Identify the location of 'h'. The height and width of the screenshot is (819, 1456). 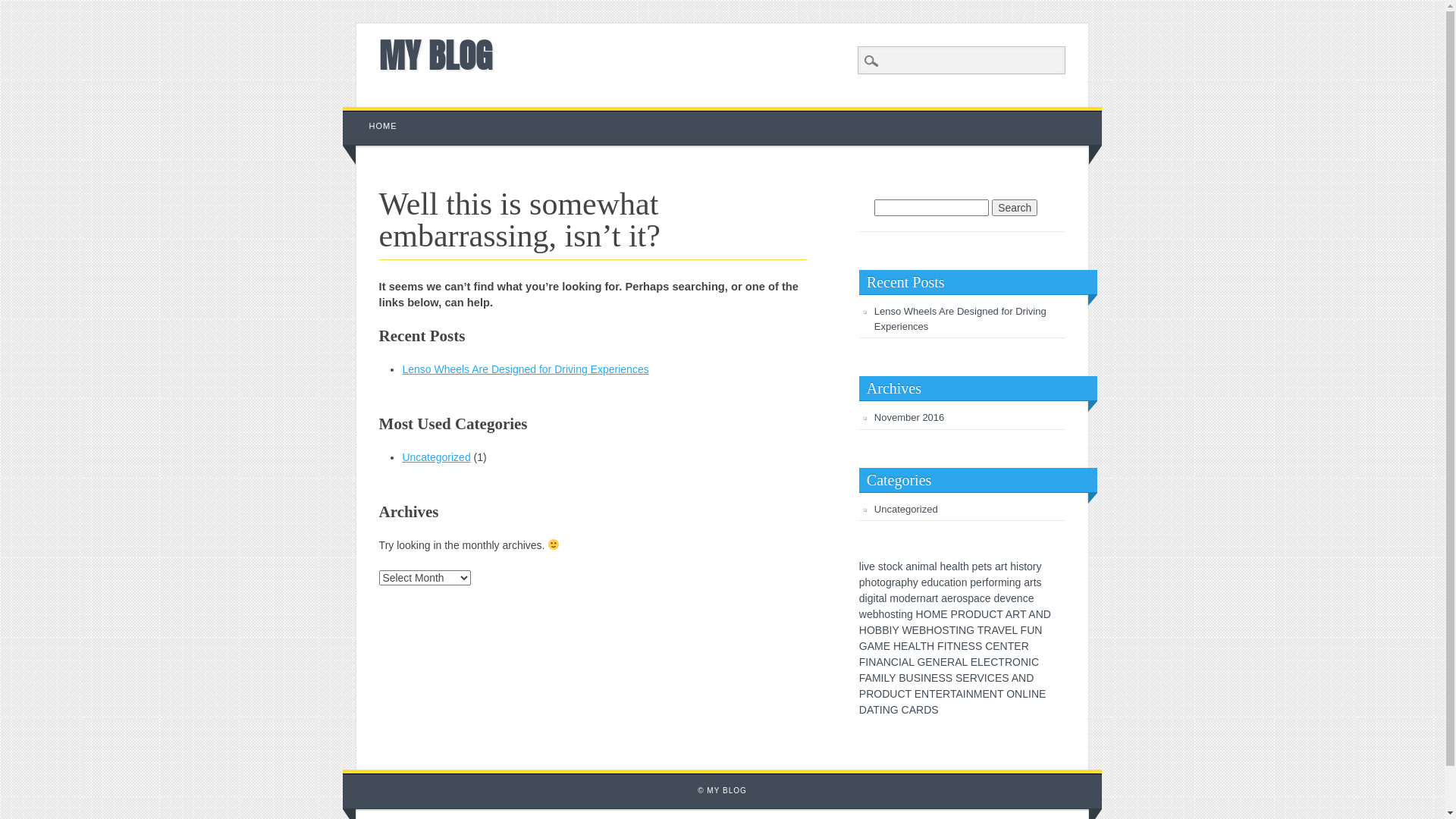
(910, 581).